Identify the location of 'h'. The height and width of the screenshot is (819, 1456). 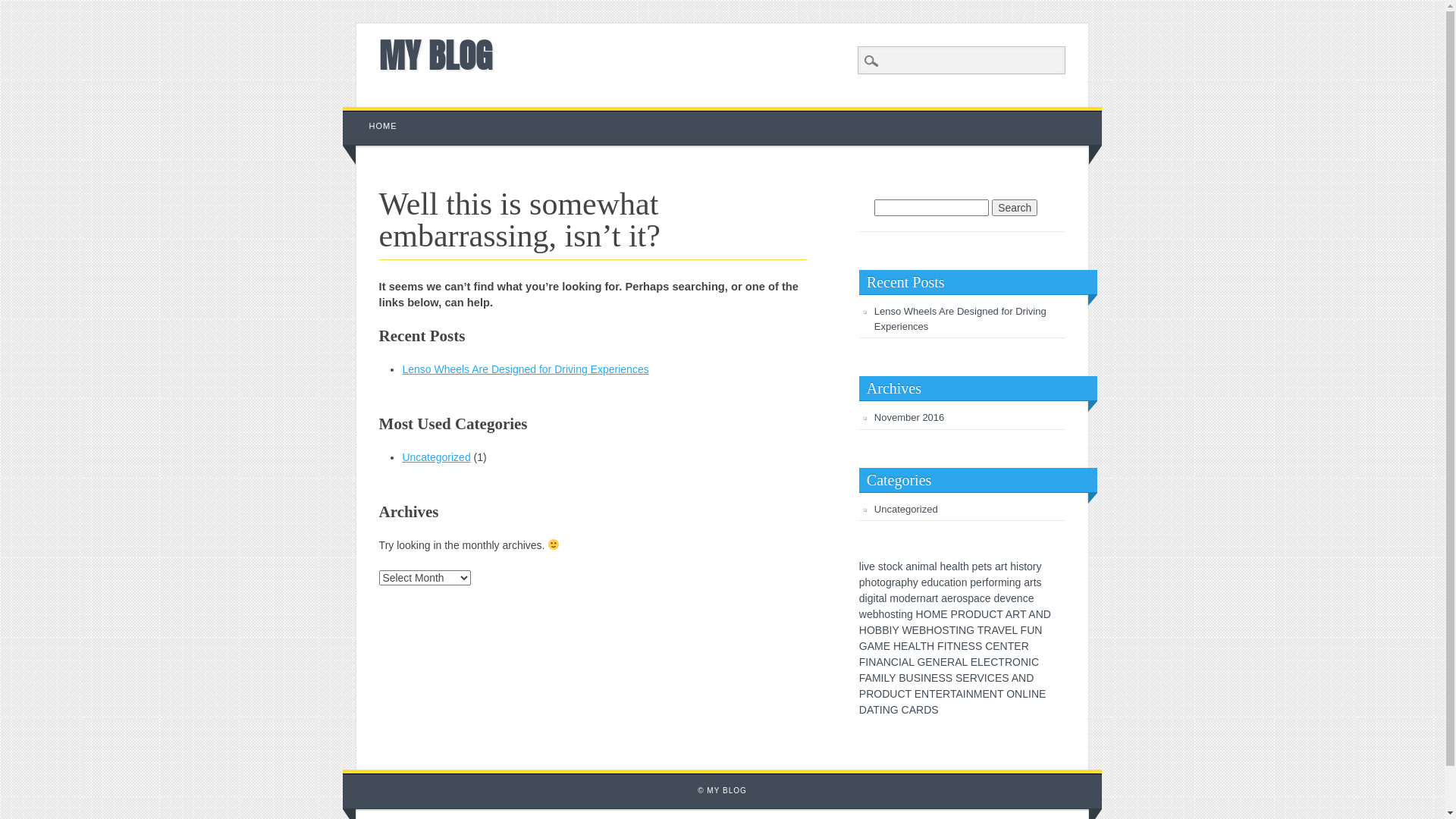
(910, 581).